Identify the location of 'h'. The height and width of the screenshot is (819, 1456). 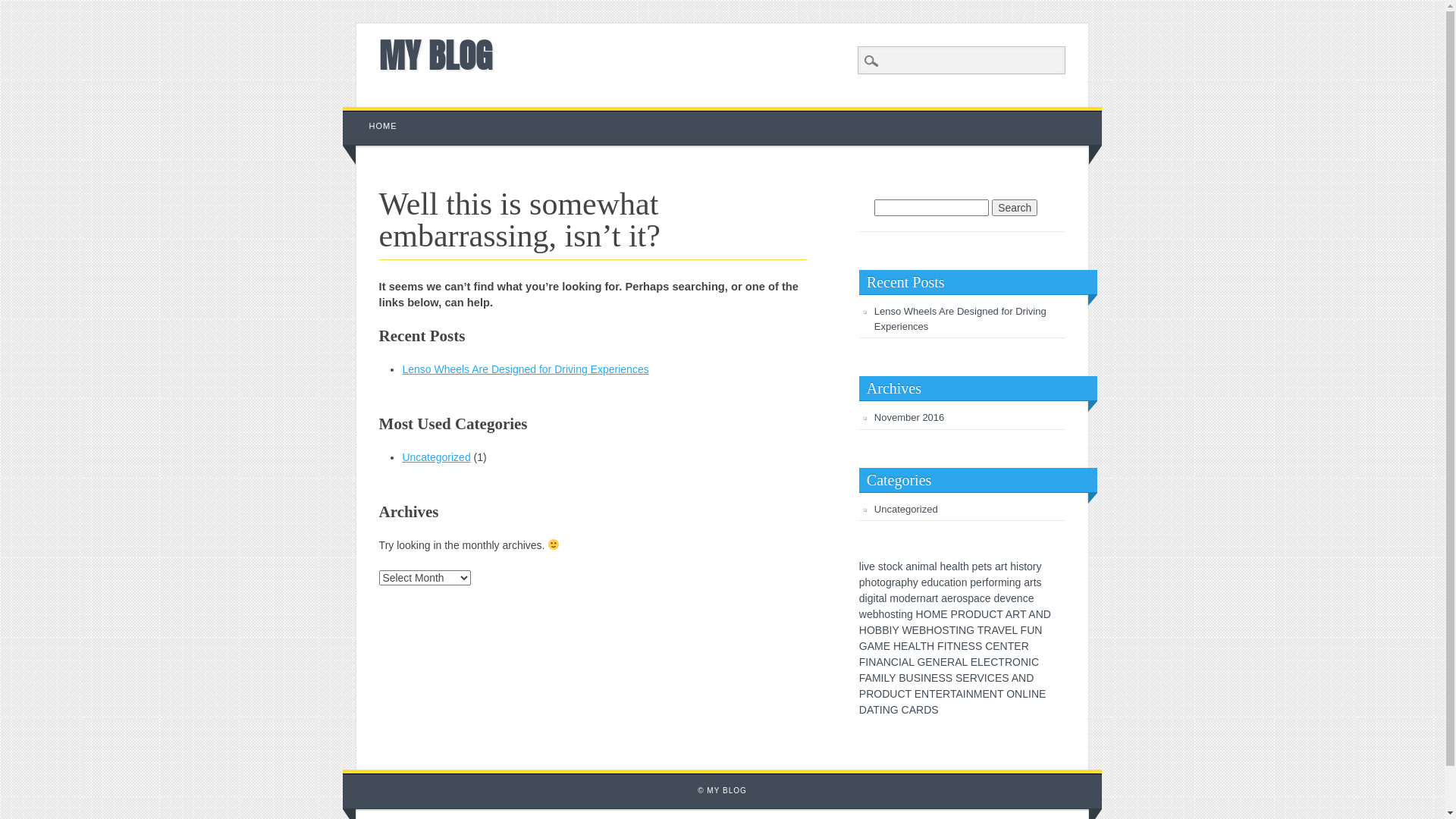
(910, 581).